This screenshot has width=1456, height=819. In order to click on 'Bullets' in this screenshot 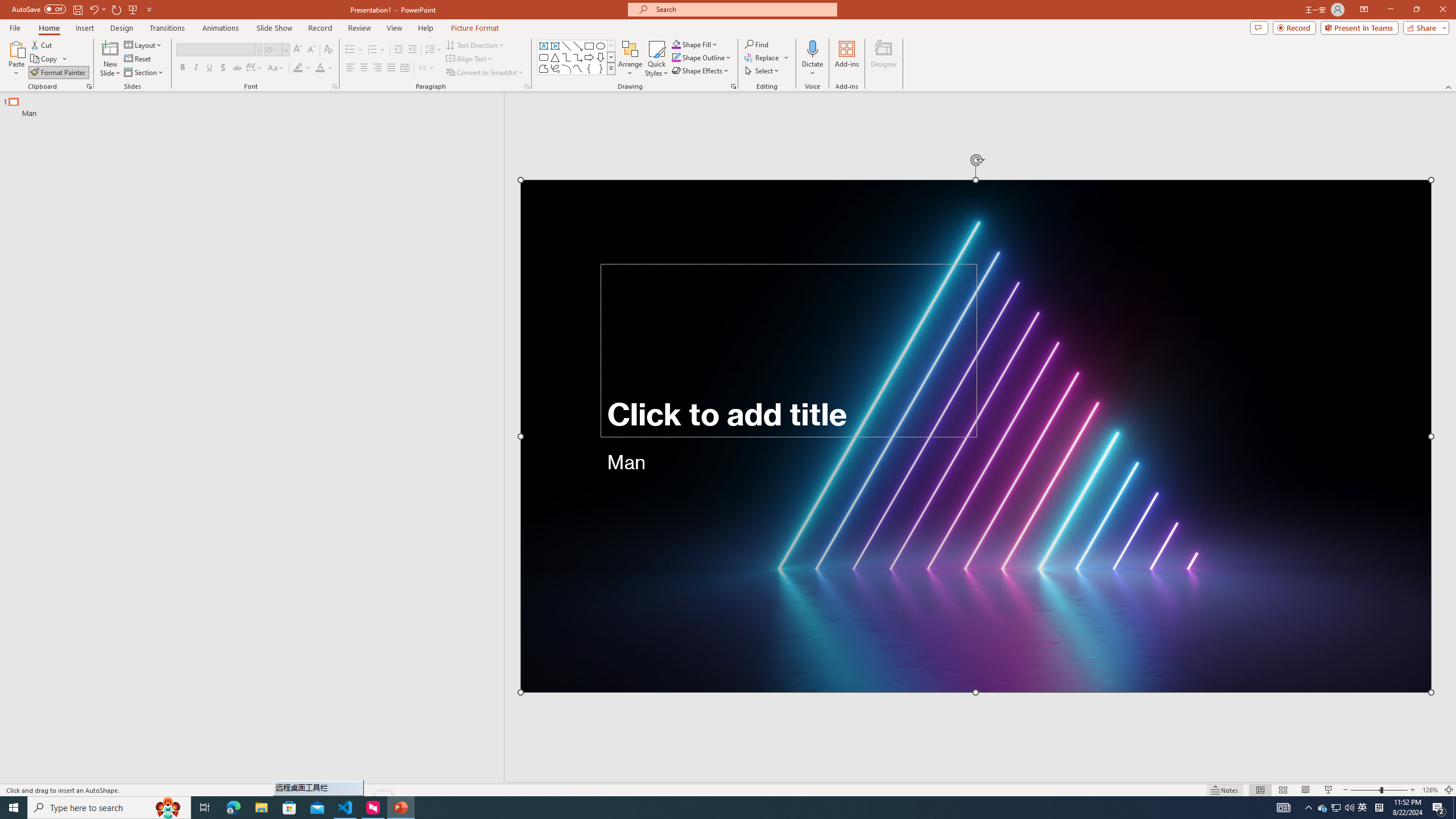, I will do `click(350, 49)`.